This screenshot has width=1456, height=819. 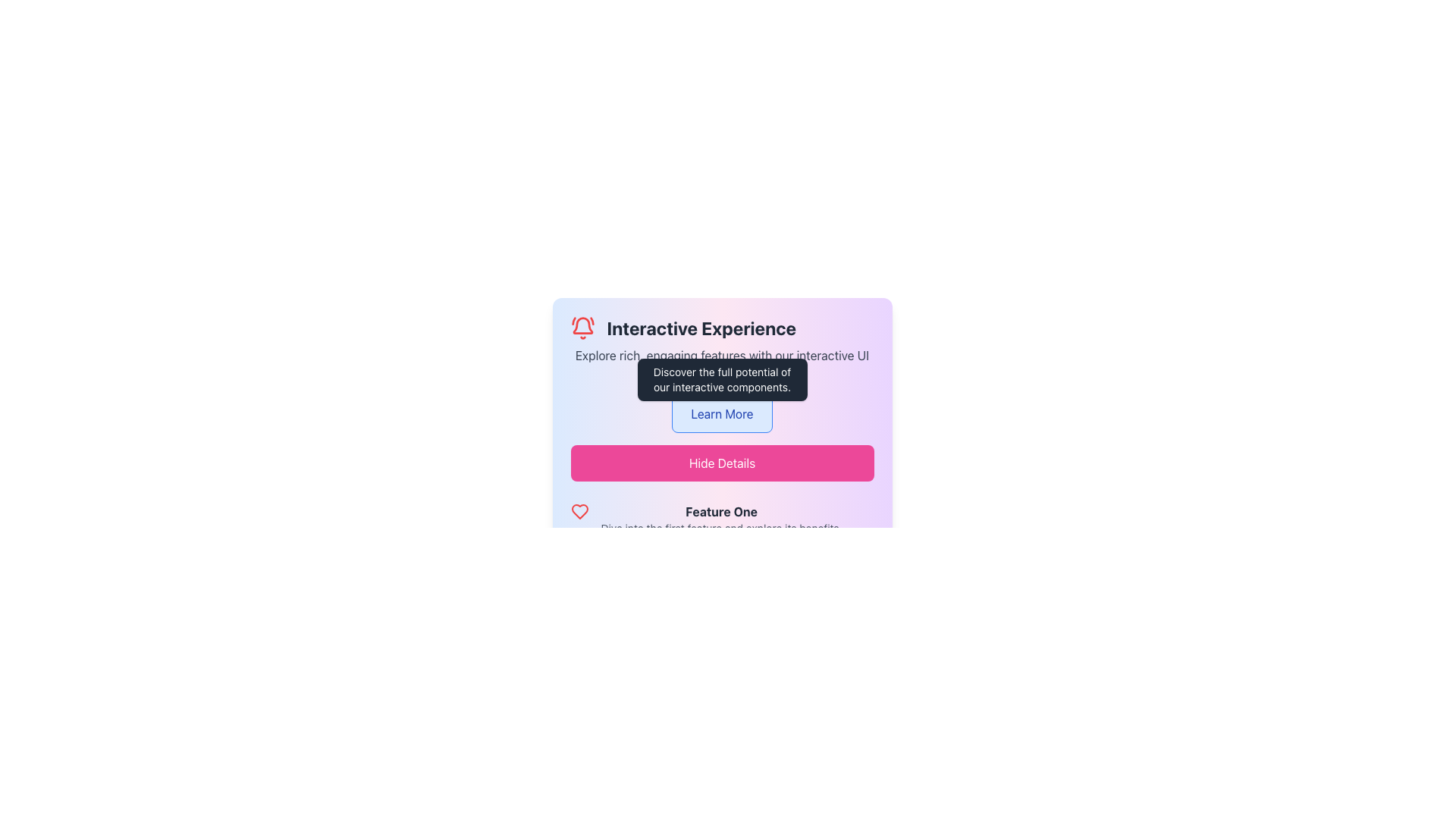 What do you see at coordinates (579, 512) in the screenshot?
I see `the SVG heart icon, which is styled with a red border and signifies favoriting or liking content, located below the title 'Interactive Experience'` at bounding box center [579, 512].